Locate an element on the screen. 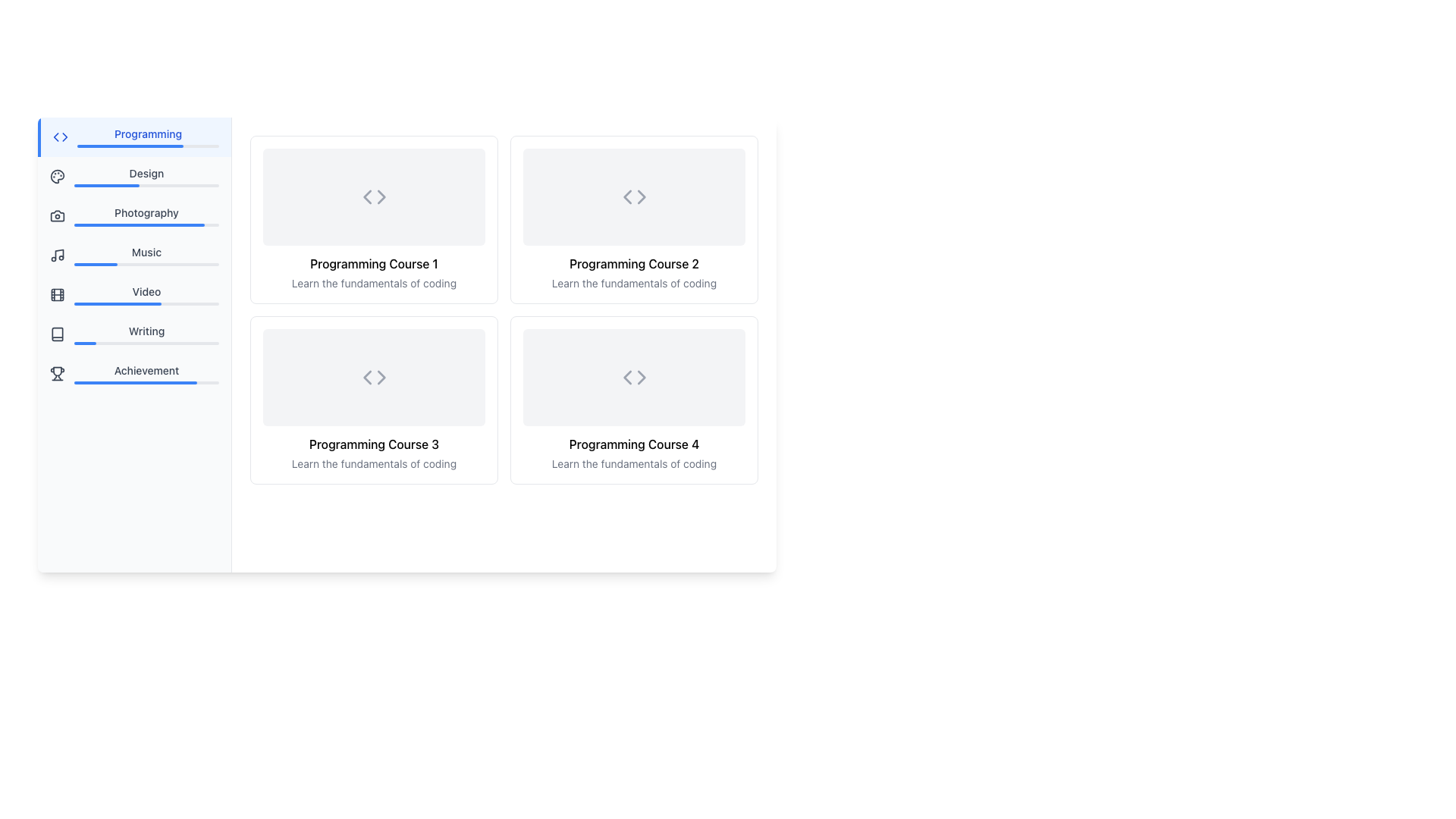 This screenshot has width=1456, height=819. the text label displaying the title of the programming course located in the bottom right quadrant of the grid layout, specifically in the second column of the second row is located at coordinates (634, 444).